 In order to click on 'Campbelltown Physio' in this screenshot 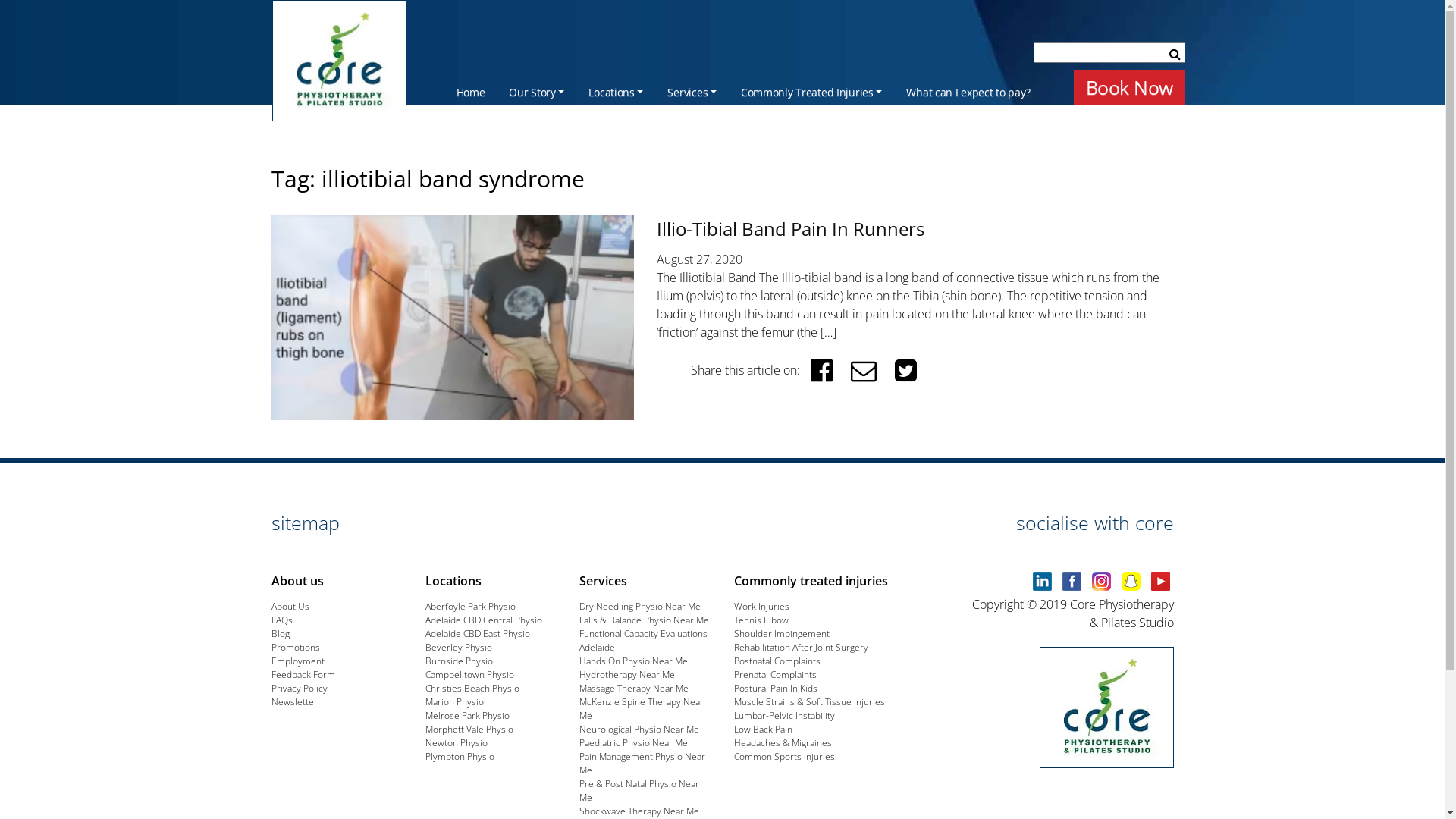, I will do `click(469, 673)`.